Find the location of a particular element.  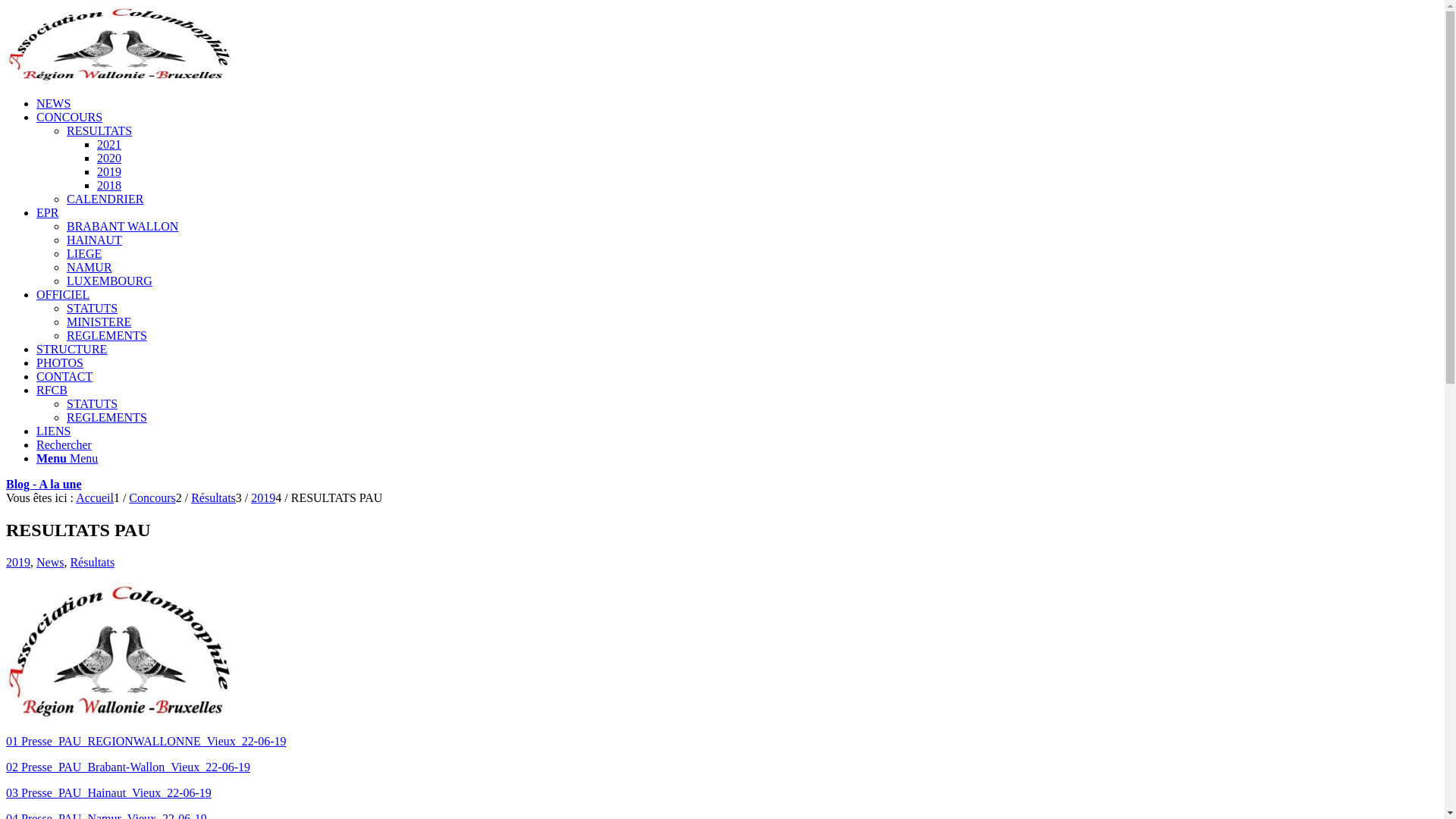

'2021' is located at coordinates (108, 144).